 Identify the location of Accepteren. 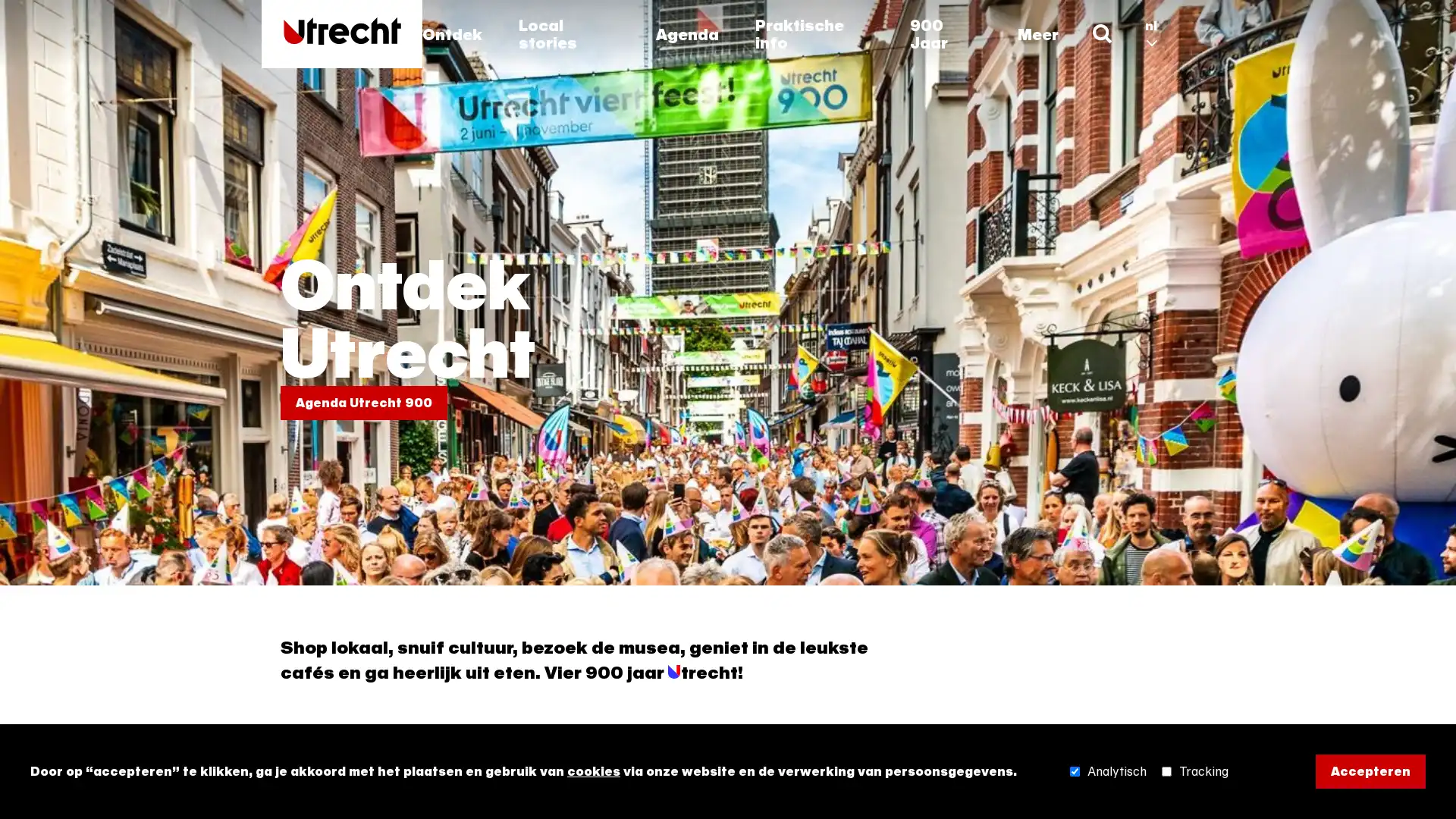
(1370, 771).